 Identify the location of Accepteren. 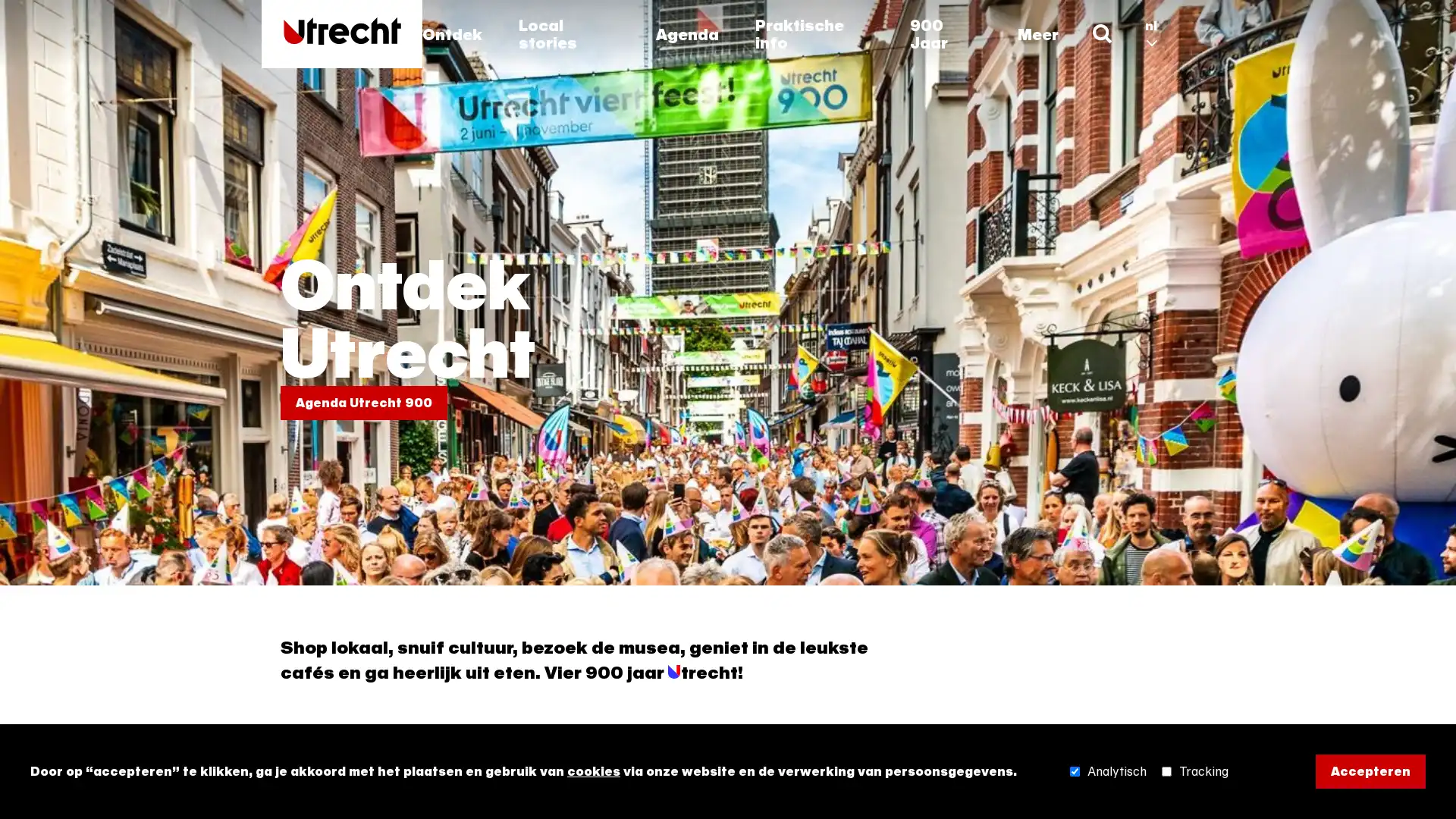
(1370, 771).